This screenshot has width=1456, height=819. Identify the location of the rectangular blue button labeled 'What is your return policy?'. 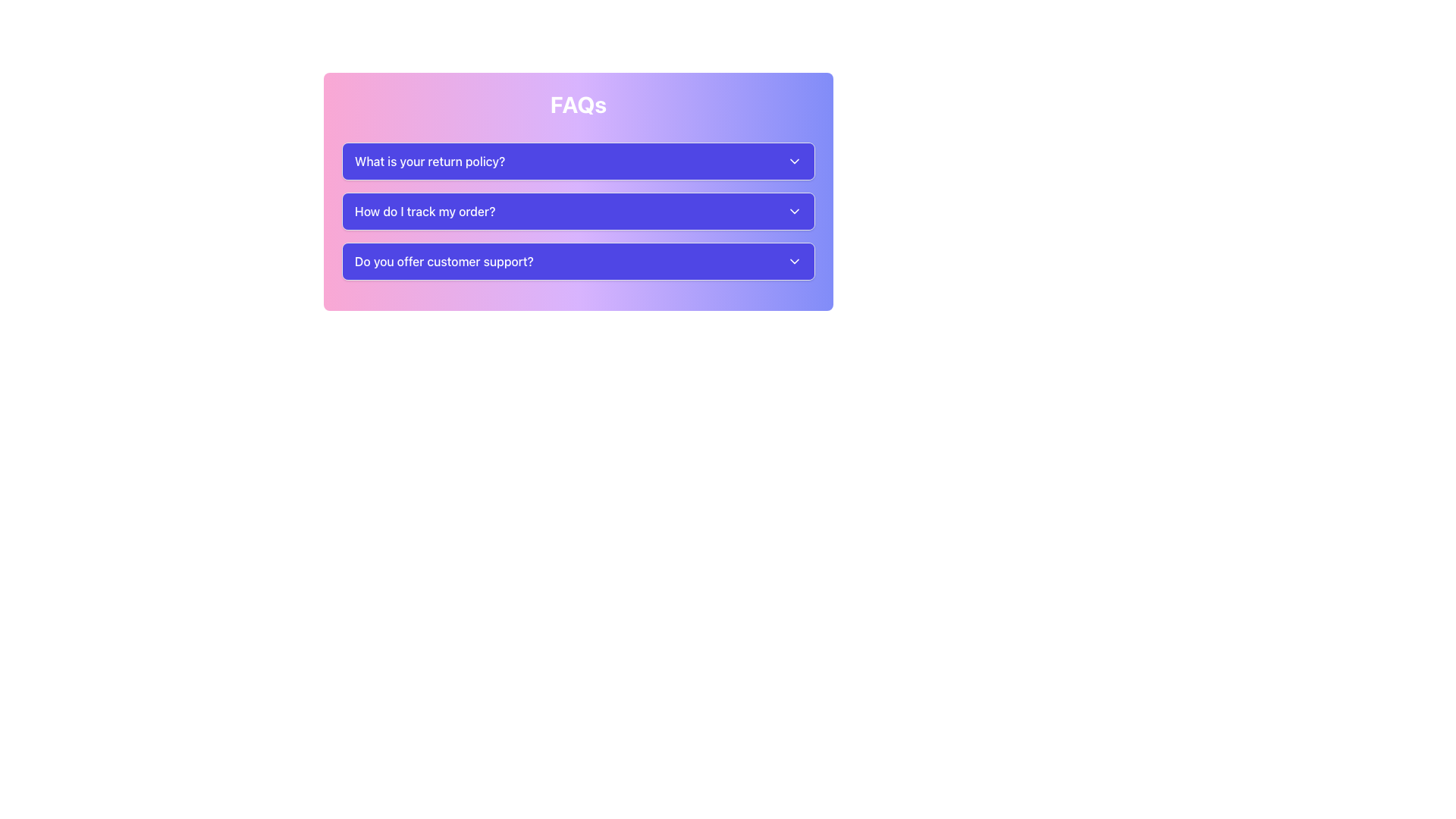
(578, 161).